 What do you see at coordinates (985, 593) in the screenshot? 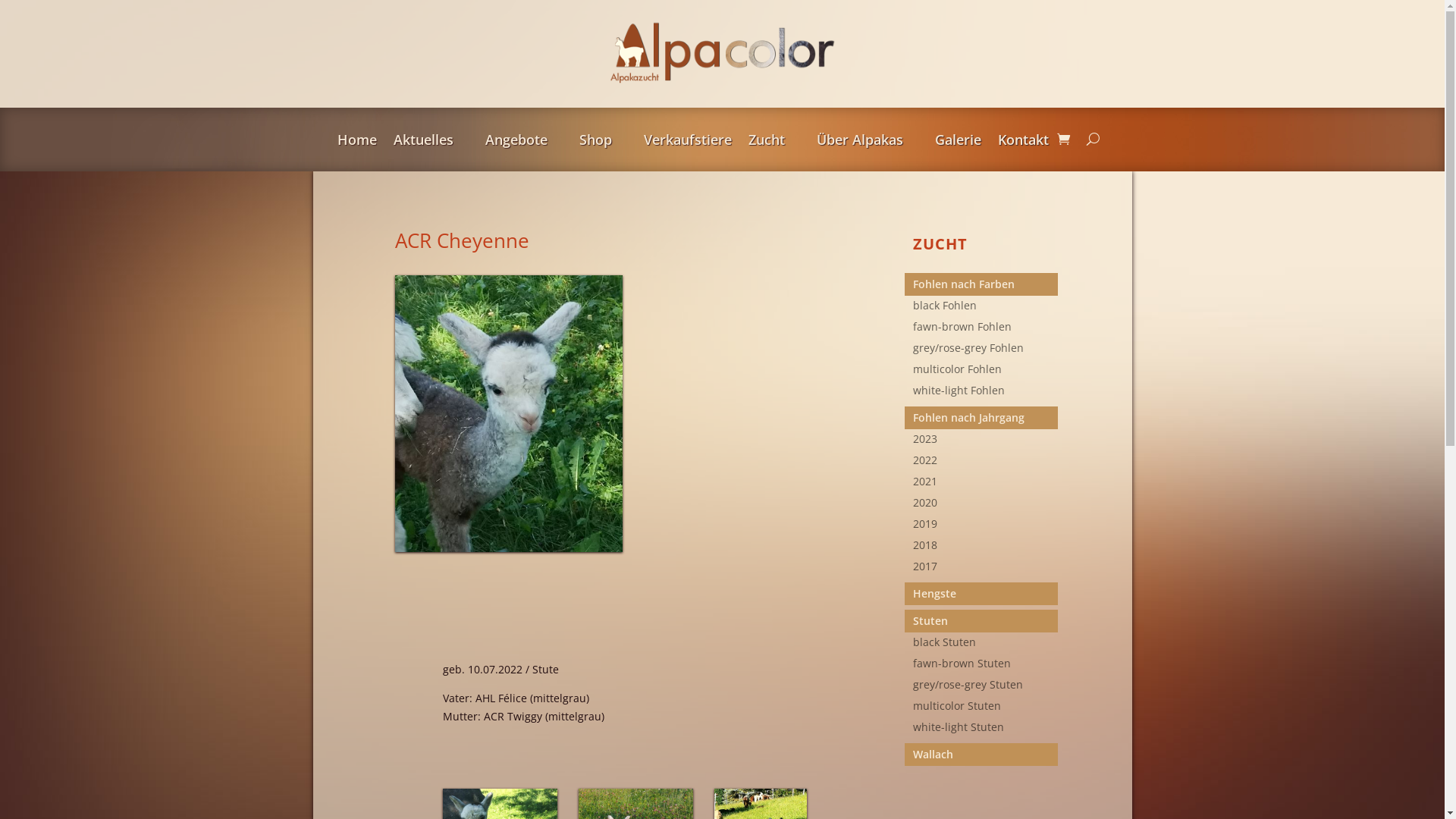
I see `'Hengste'` at bounding box center [985, 593].